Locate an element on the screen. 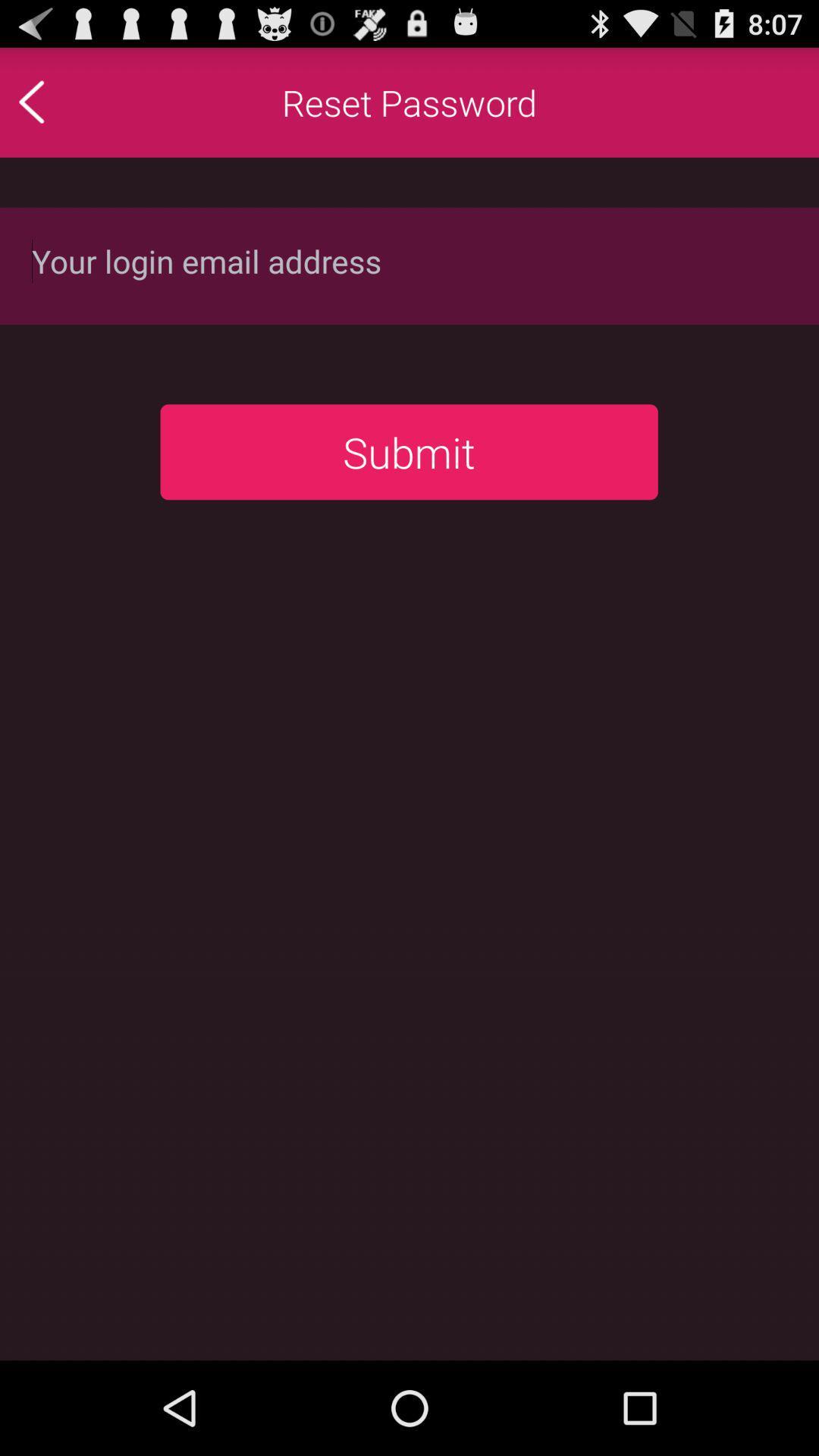 This screenshot has width=819, height=1456. previous page is located at coordinates (63, 101).